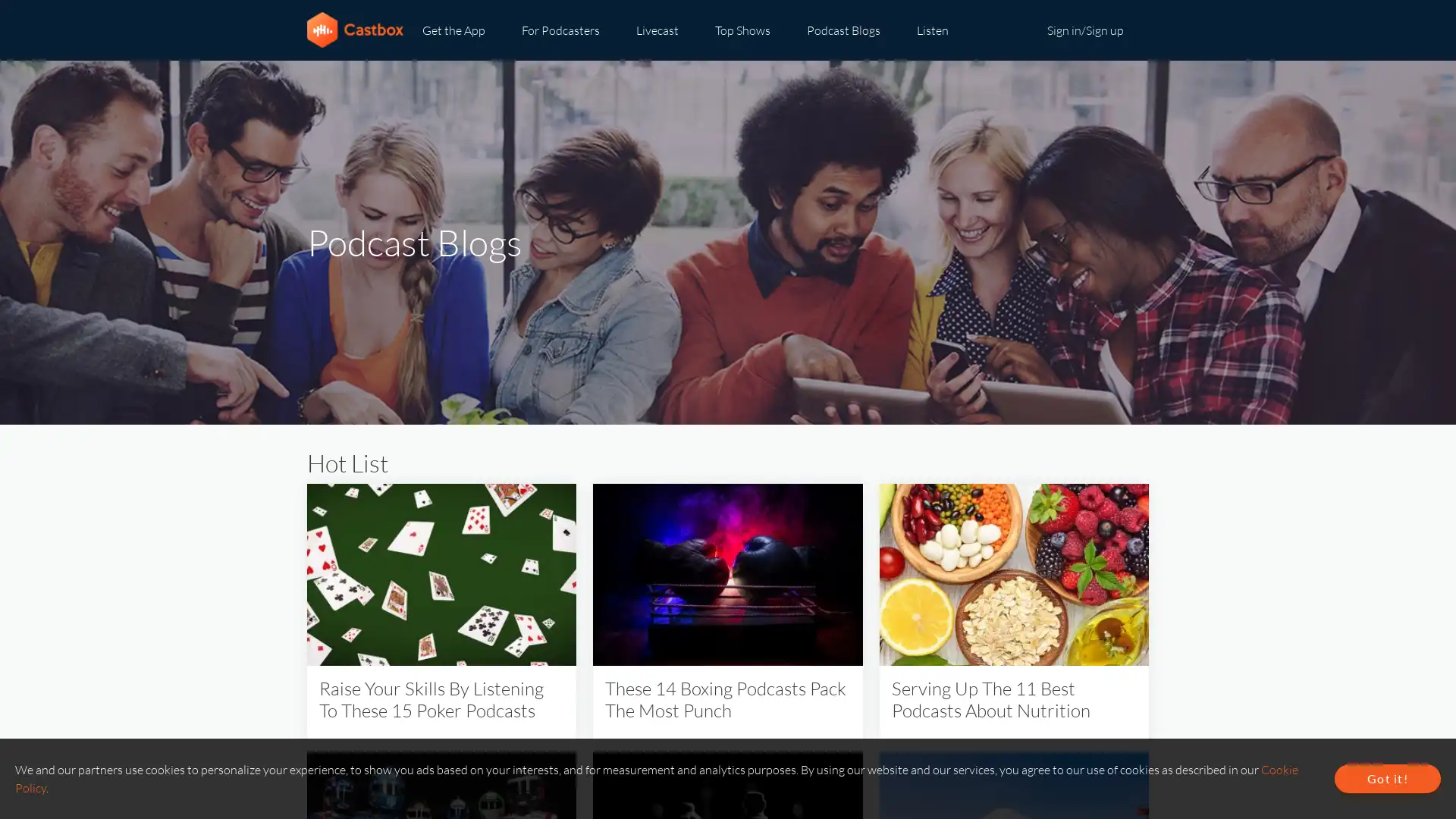 The width and height of the screenshot is (1456, 819). What do you see at coordinates (1387, 778) in the screenshot?
I see `Got it!` at bounding box center [1387, 778].